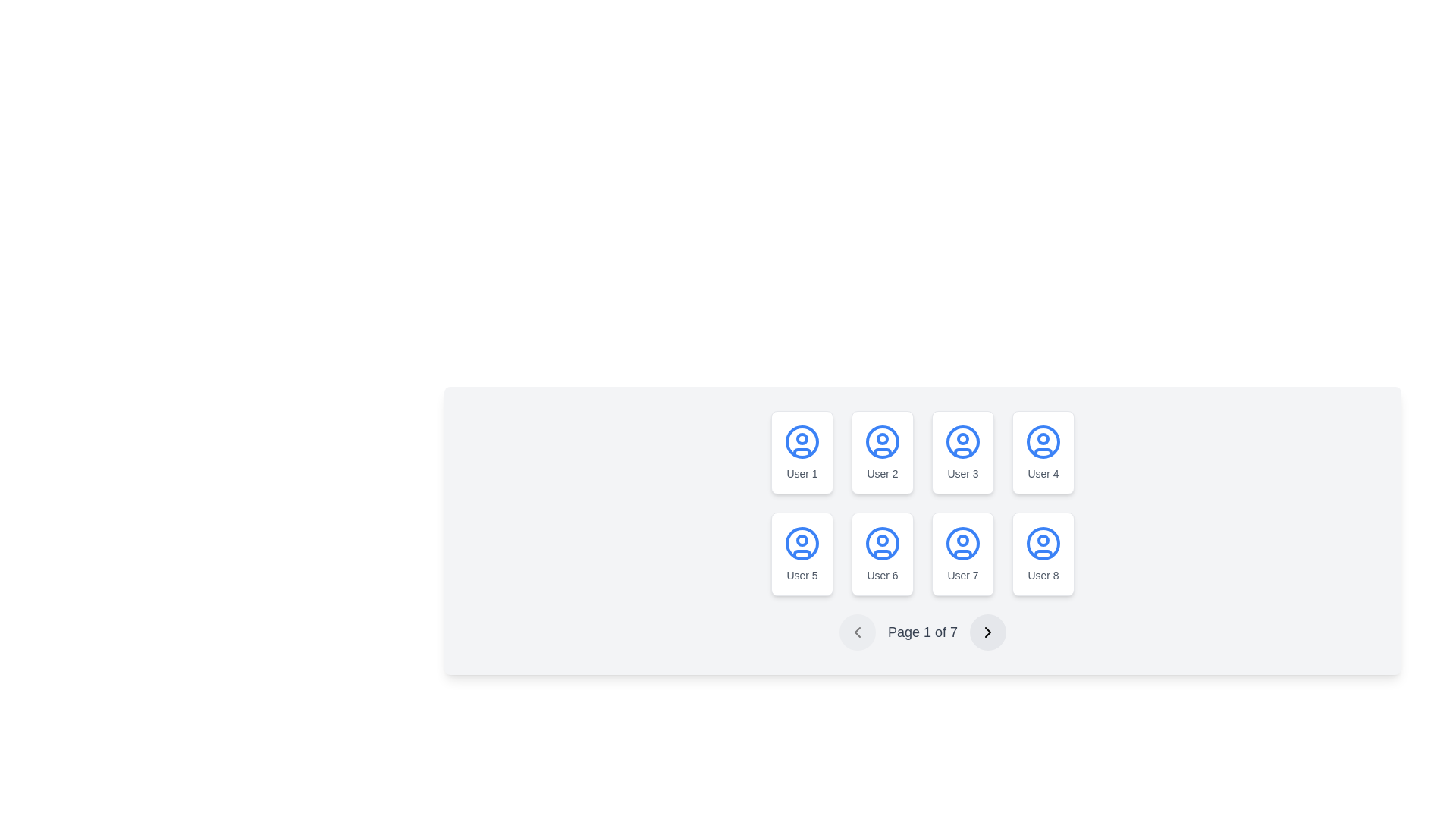 This screenshot has width=1456, height=819. I want to click on the user profile icon, which is a circular blue icon located at the center of the white card above the label 'User 4', so click(1043, 441).